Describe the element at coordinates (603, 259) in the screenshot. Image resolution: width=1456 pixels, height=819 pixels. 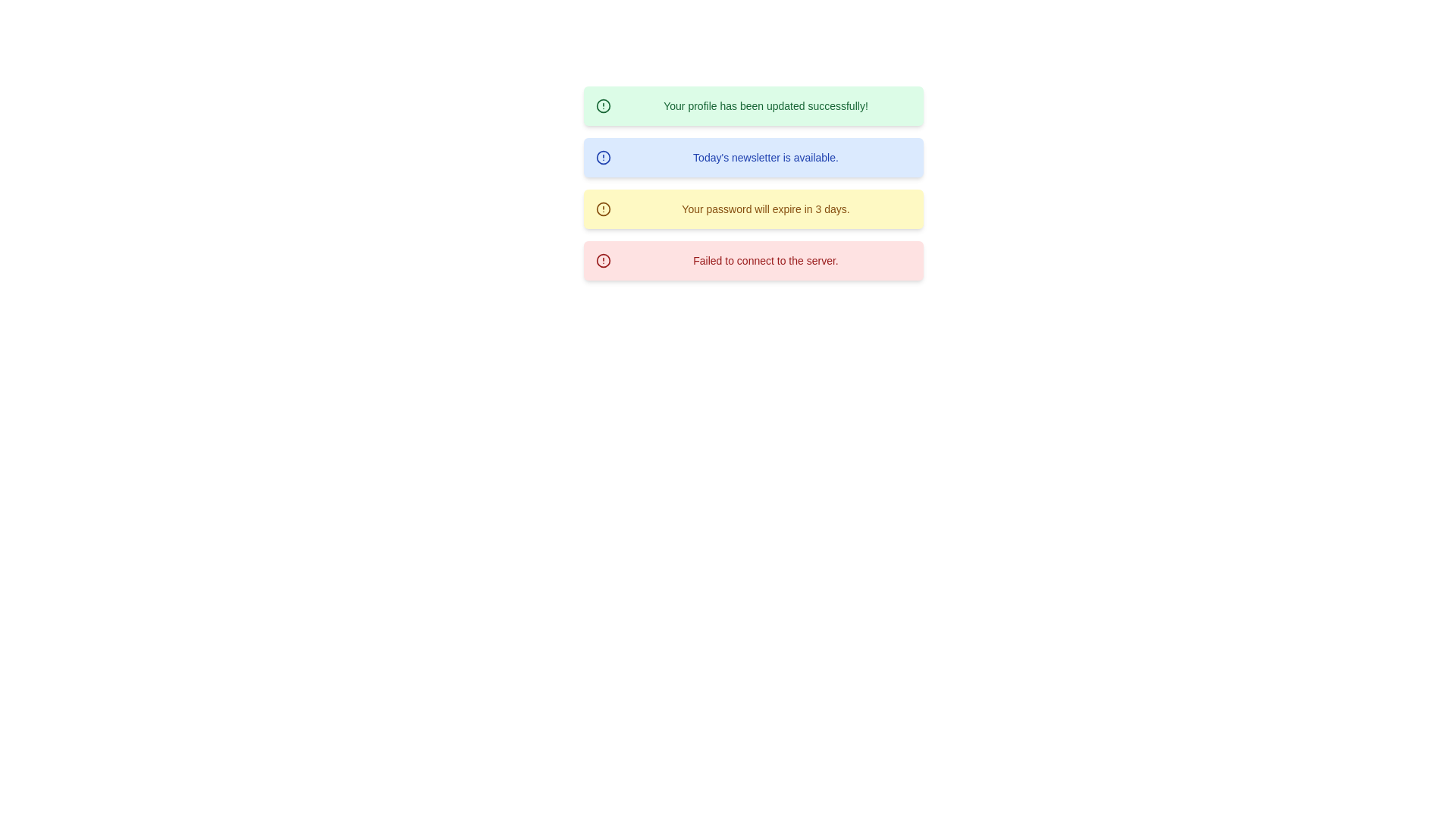
I see `the circular graphical icon component representing a critical error or warning in the lowest red message block of notifications` at that location.